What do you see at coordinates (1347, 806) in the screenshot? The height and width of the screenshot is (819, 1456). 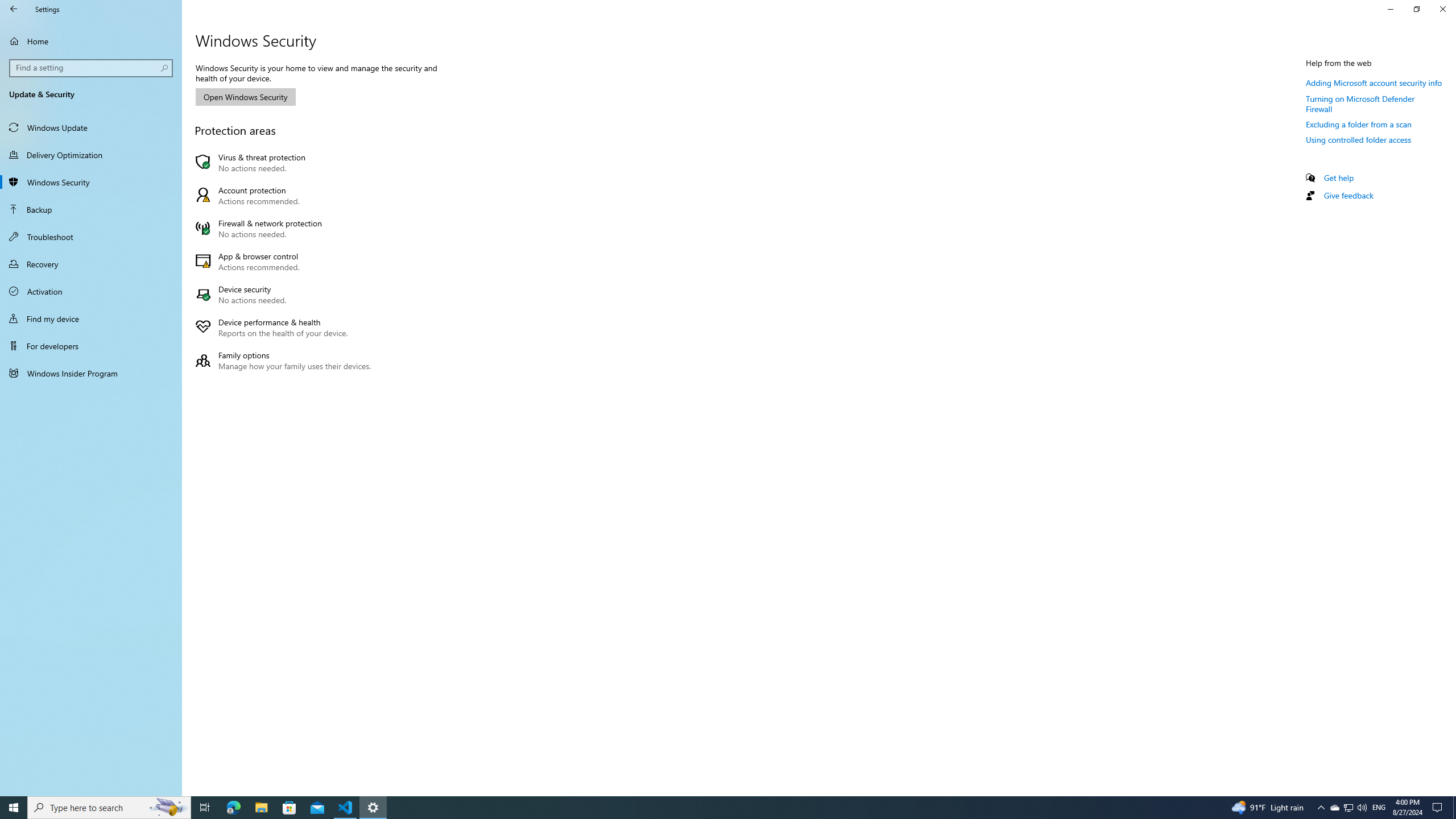 I see `'User Promoted Notification Area'` at bounding box center [1347, 806].